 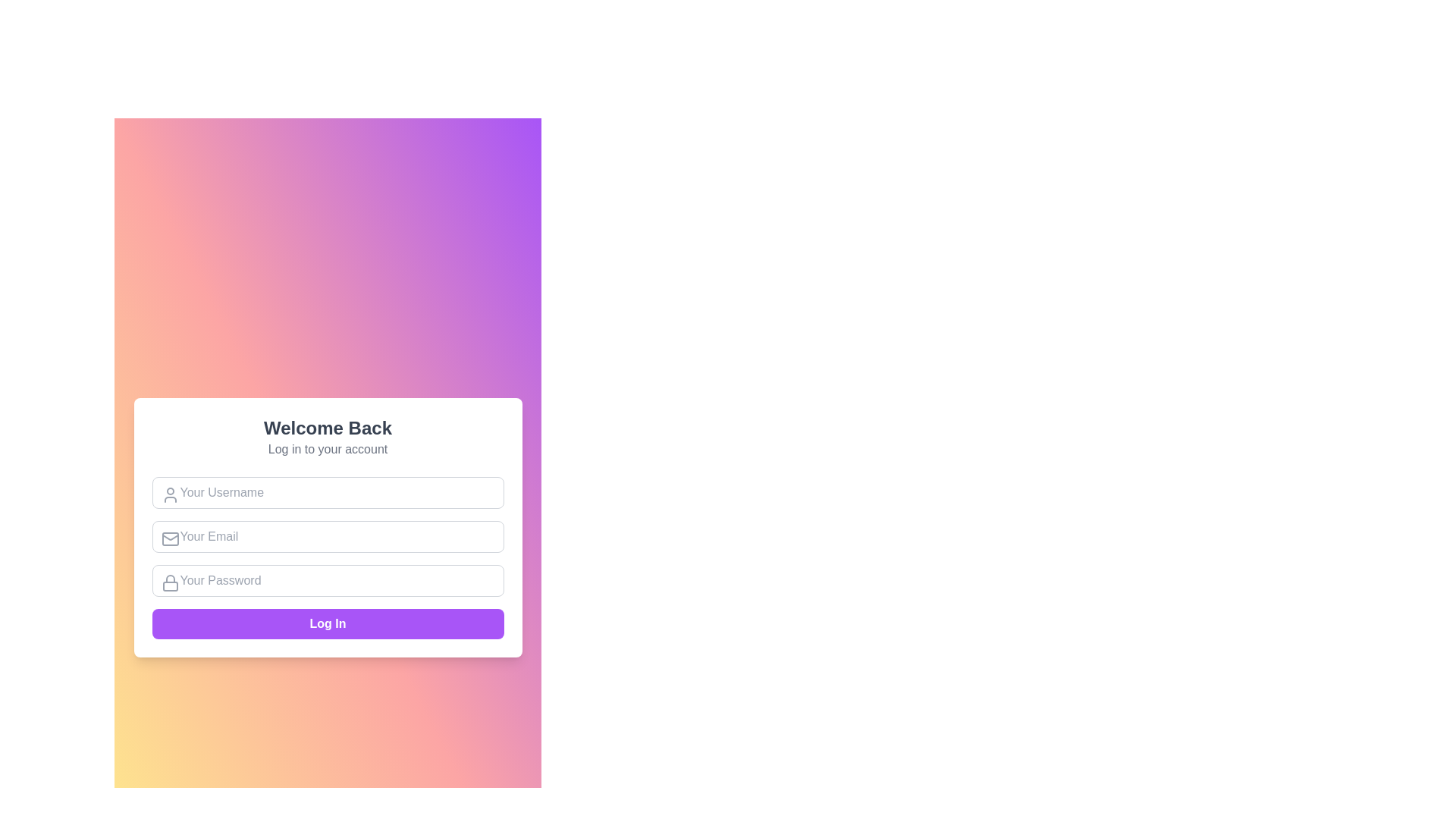 I want to click on the envelope icon located adjacent to the 'Your Email' text input field, which symbolizes email communication, so click(x=170, y=538).